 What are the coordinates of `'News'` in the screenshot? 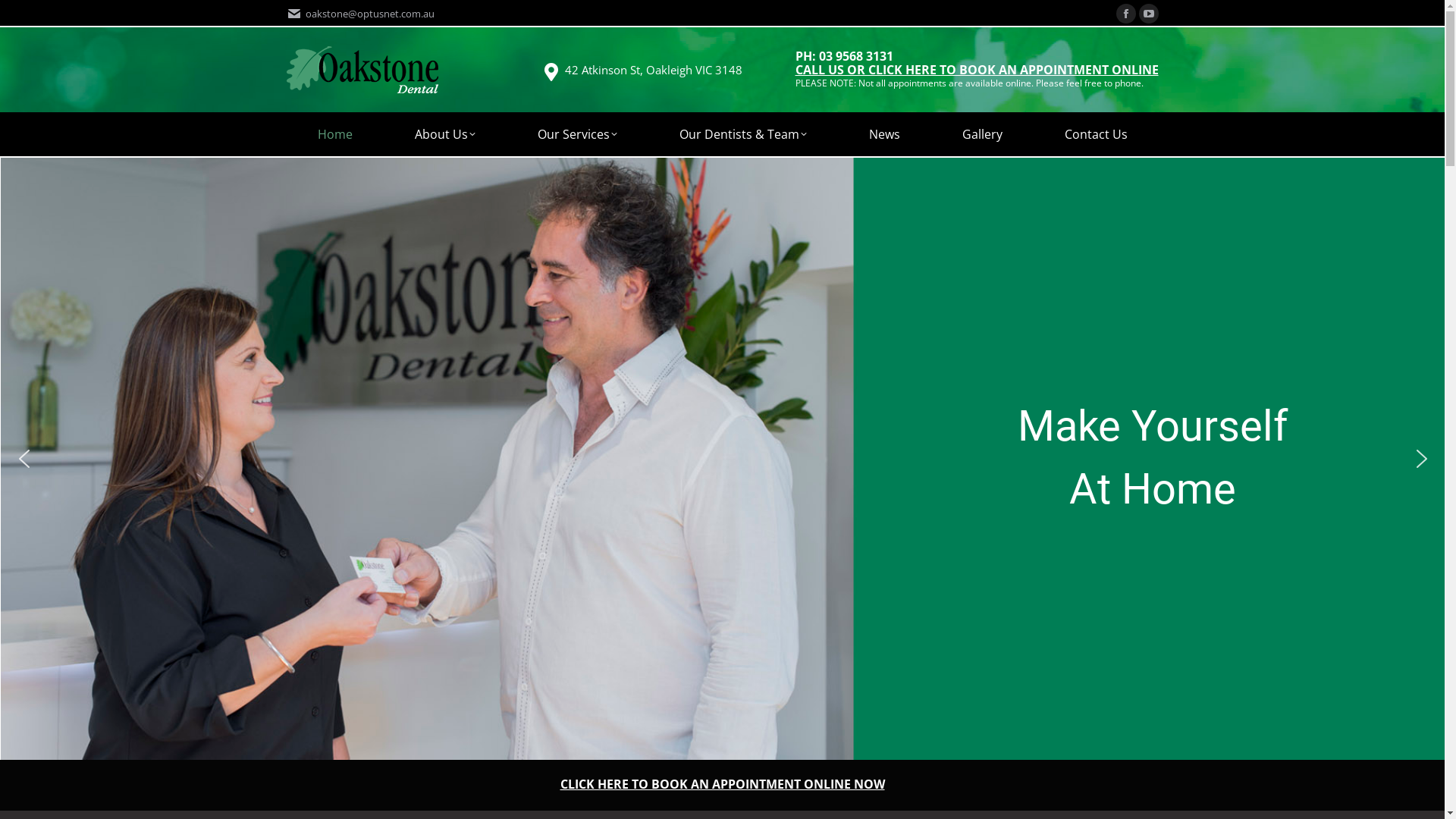 It's located at (883, 133).